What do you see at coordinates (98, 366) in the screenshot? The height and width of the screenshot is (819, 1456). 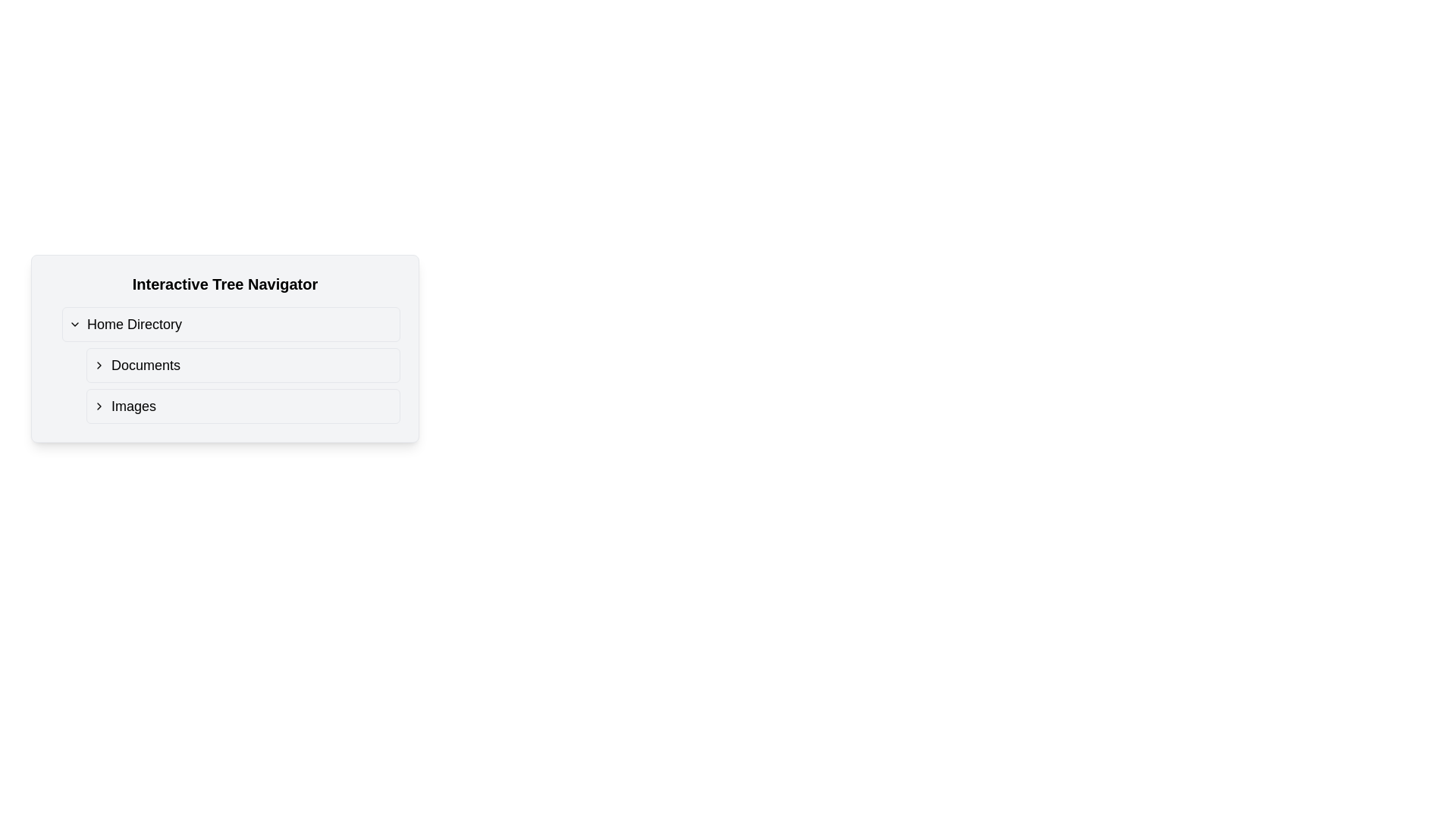 I see `the expansion icon on the left of the 'Documents' label` at bounding box center [98, 366].